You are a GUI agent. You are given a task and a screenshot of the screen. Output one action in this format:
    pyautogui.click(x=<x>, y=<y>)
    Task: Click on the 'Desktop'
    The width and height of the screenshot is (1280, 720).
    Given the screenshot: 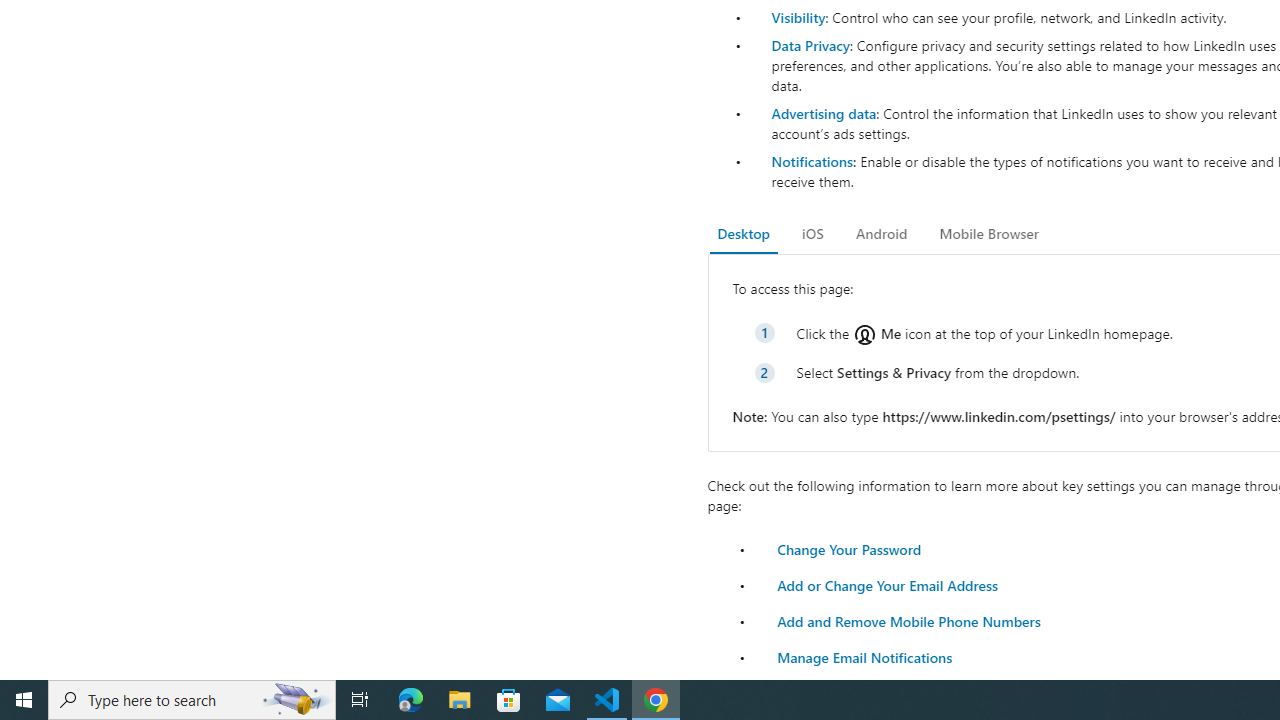 What is the action you would take?
    pyautogui.click(x=743, y=233)
    